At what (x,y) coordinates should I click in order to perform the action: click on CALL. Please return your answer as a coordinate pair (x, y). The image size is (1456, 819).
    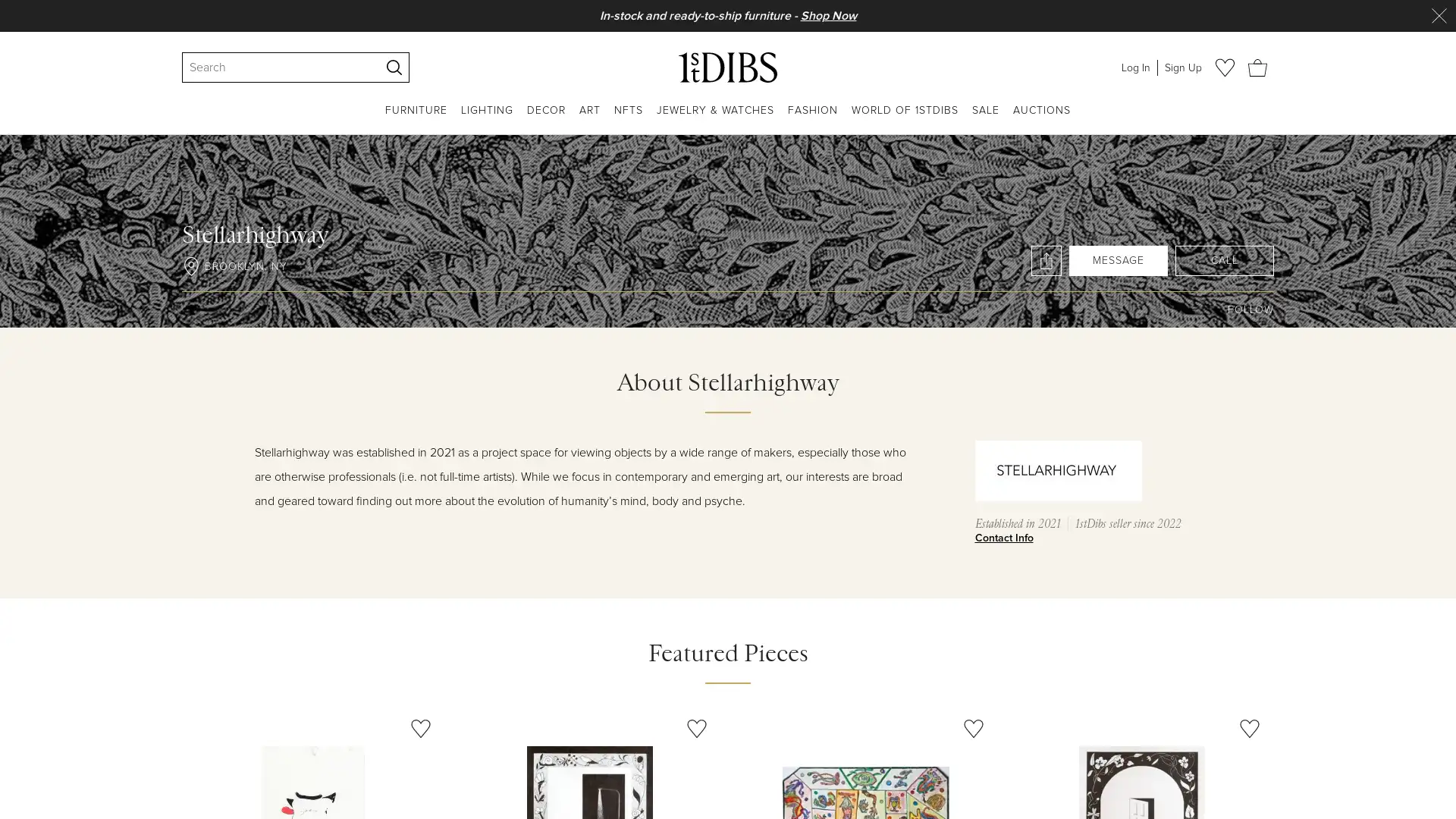
    Looking at the image, I should click on (1224, 259).